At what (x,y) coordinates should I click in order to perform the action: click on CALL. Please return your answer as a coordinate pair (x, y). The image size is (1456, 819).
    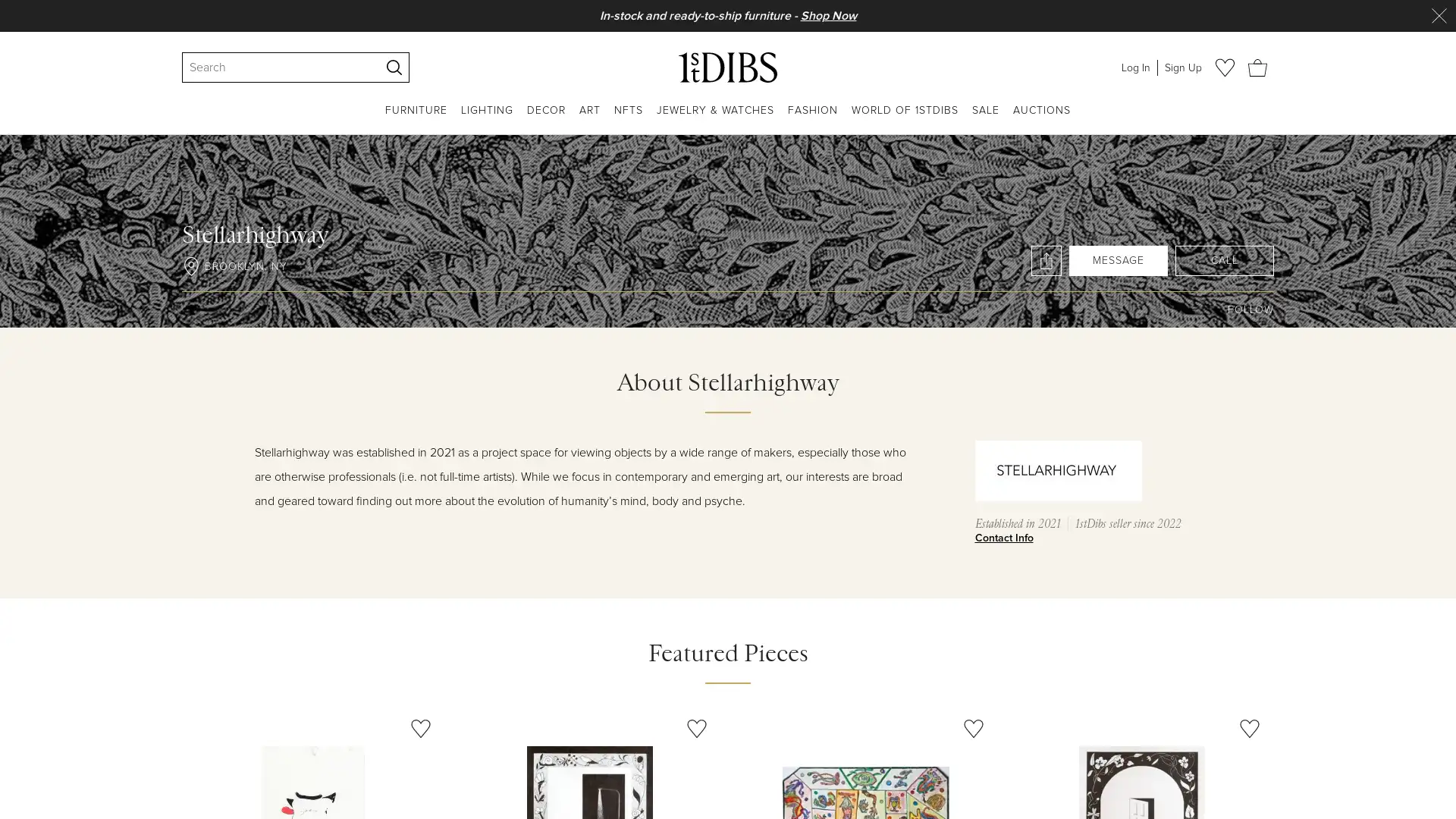
    Looking at the image, I should click on (1224, 259).